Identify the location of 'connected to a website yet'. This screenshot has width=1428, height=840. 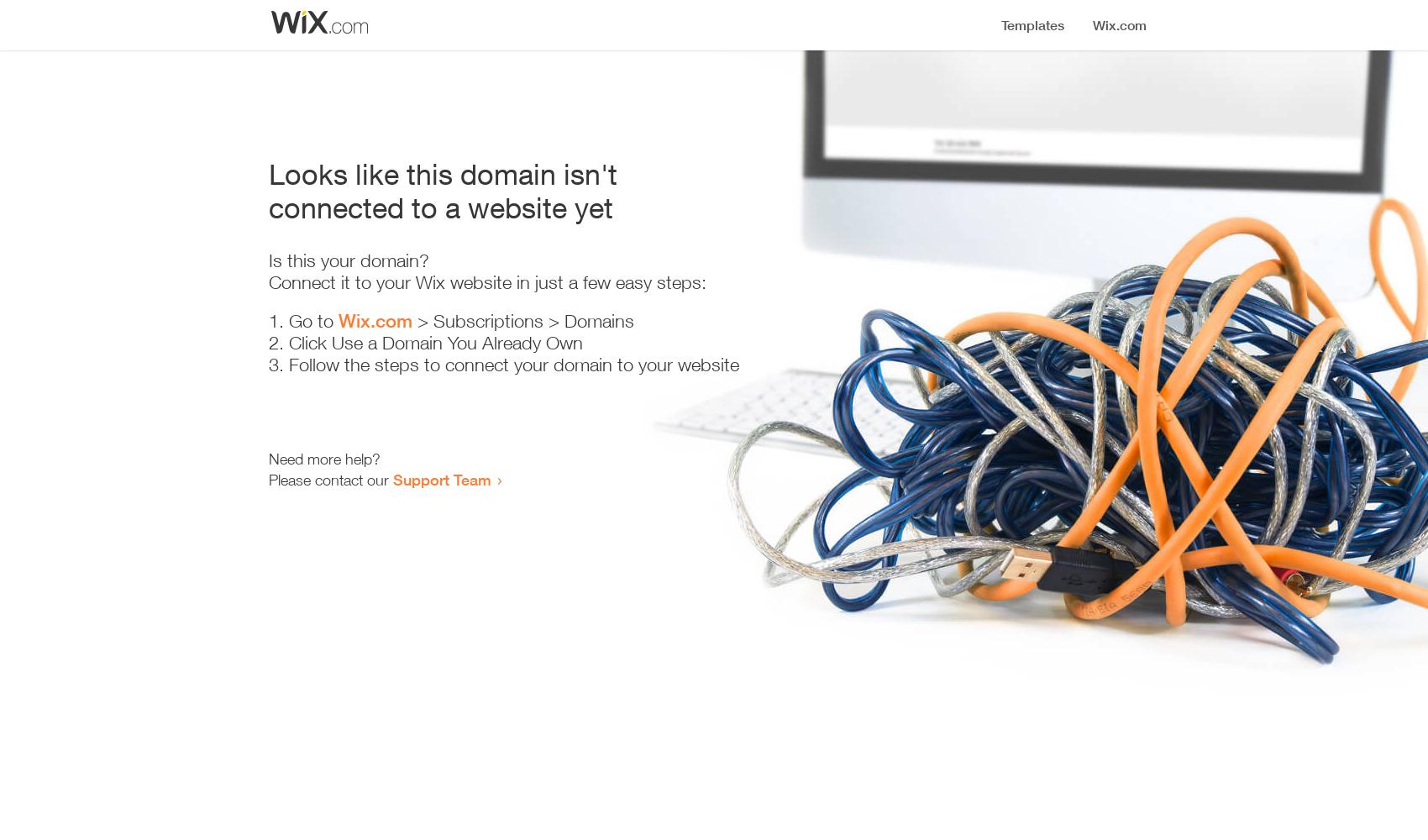
(440, 207).